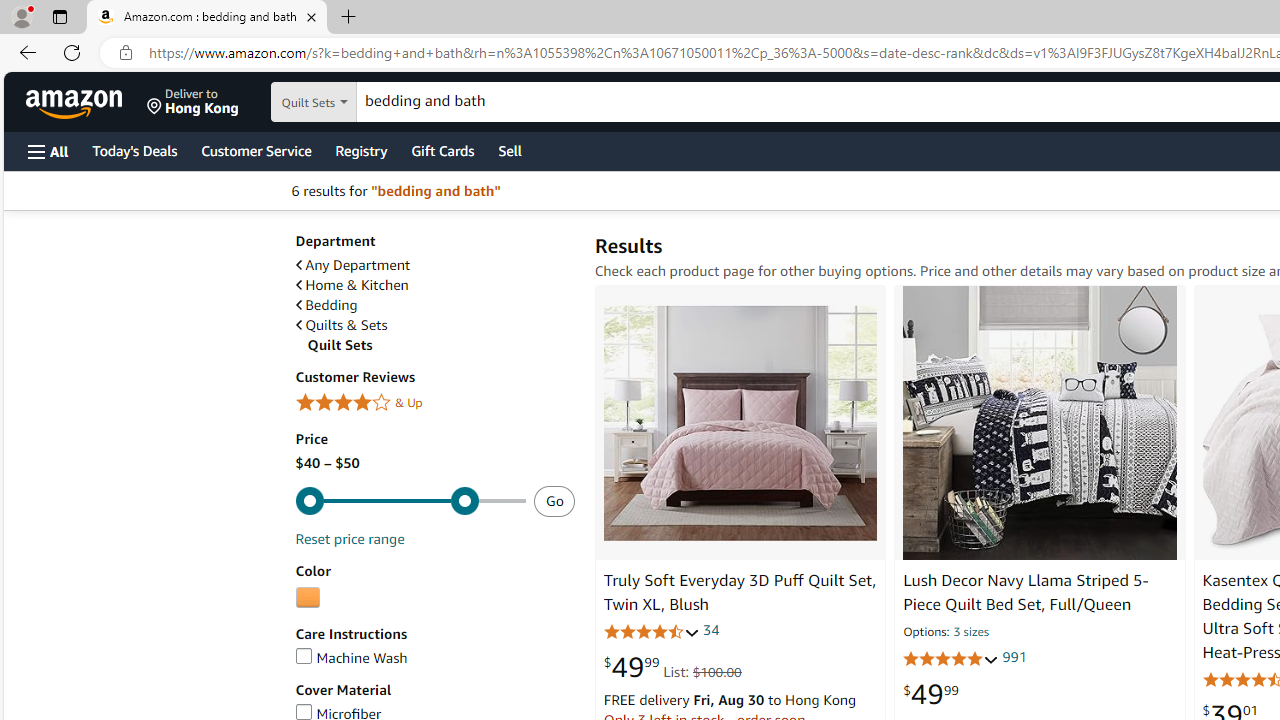  I want to click on 'Home & Kitchen', so click(352, 285).